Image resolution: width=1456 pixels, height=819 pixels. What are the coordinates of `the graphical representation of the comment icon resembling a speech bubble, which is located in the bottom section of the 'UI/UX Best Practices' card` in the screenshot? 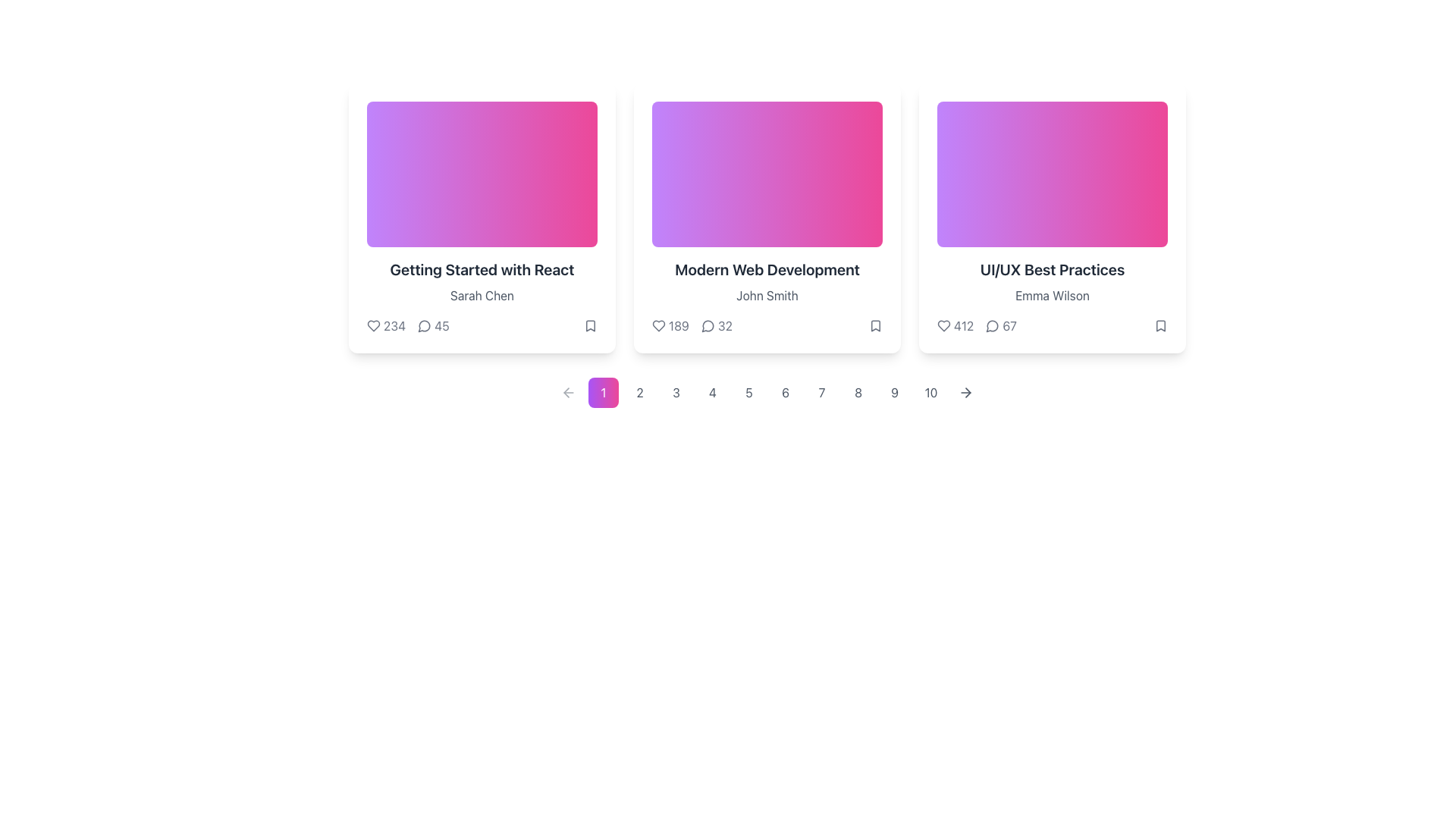 It's located at (992, 325).